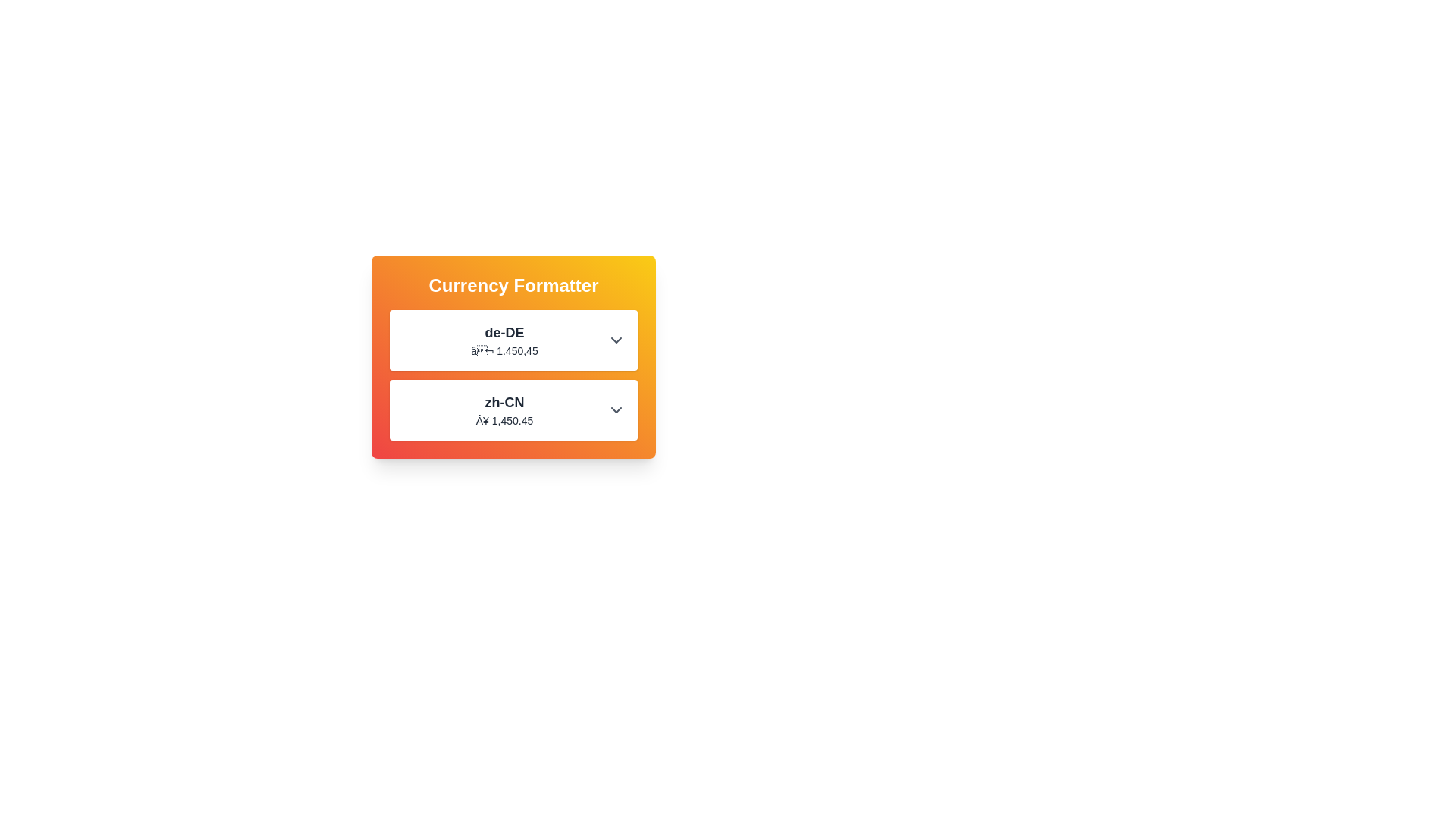 The image size is (1456, 819). I want to click on the dropdown entry displaying 'zh-CN' with the price '¥ 1,450.45', so click(513, 409).